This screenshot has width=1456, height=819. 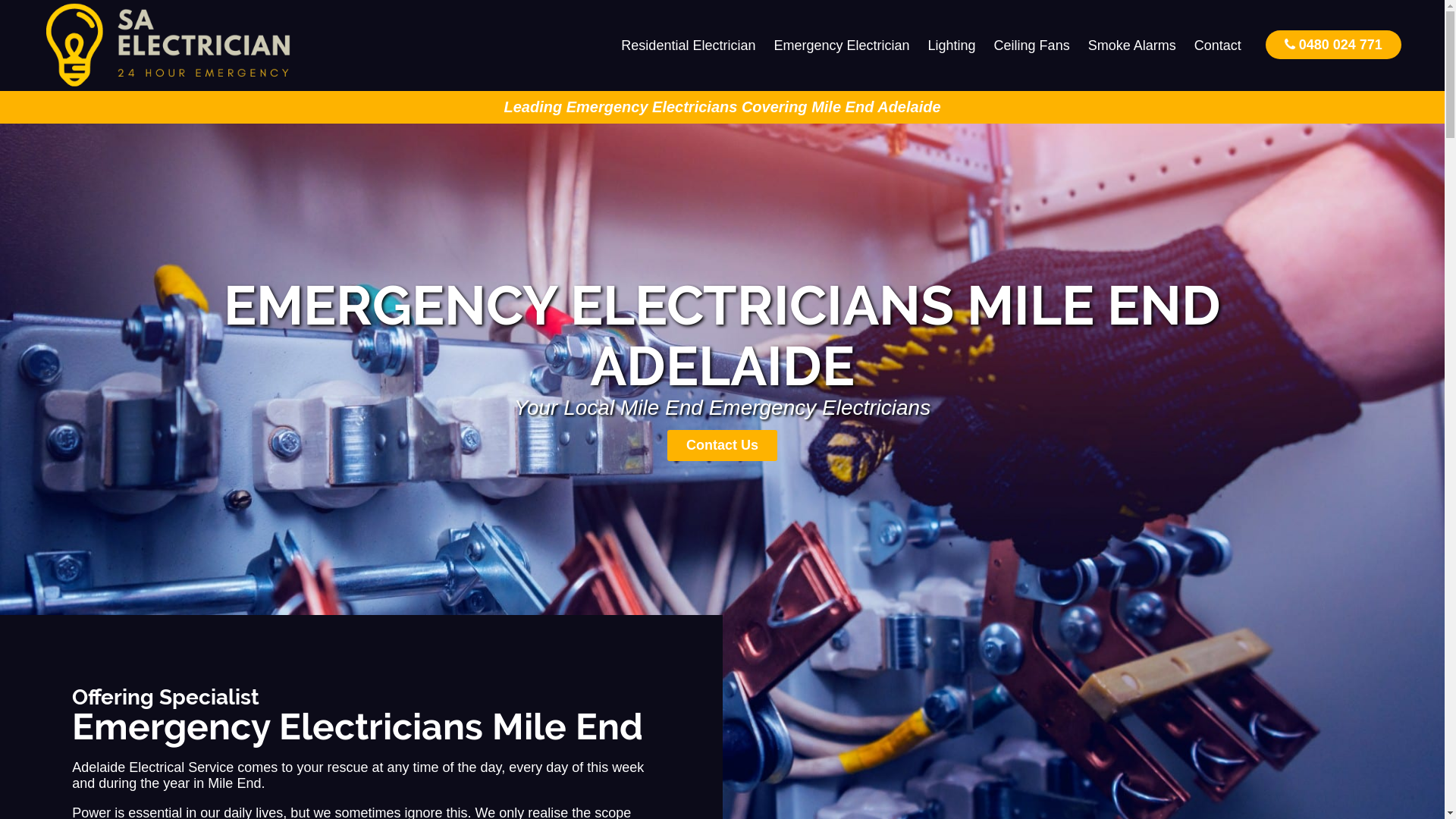 What do you see at coordinates (1218, 45) in the screenshot?
I see `'Contact'` at bounding box center [1218, 45].